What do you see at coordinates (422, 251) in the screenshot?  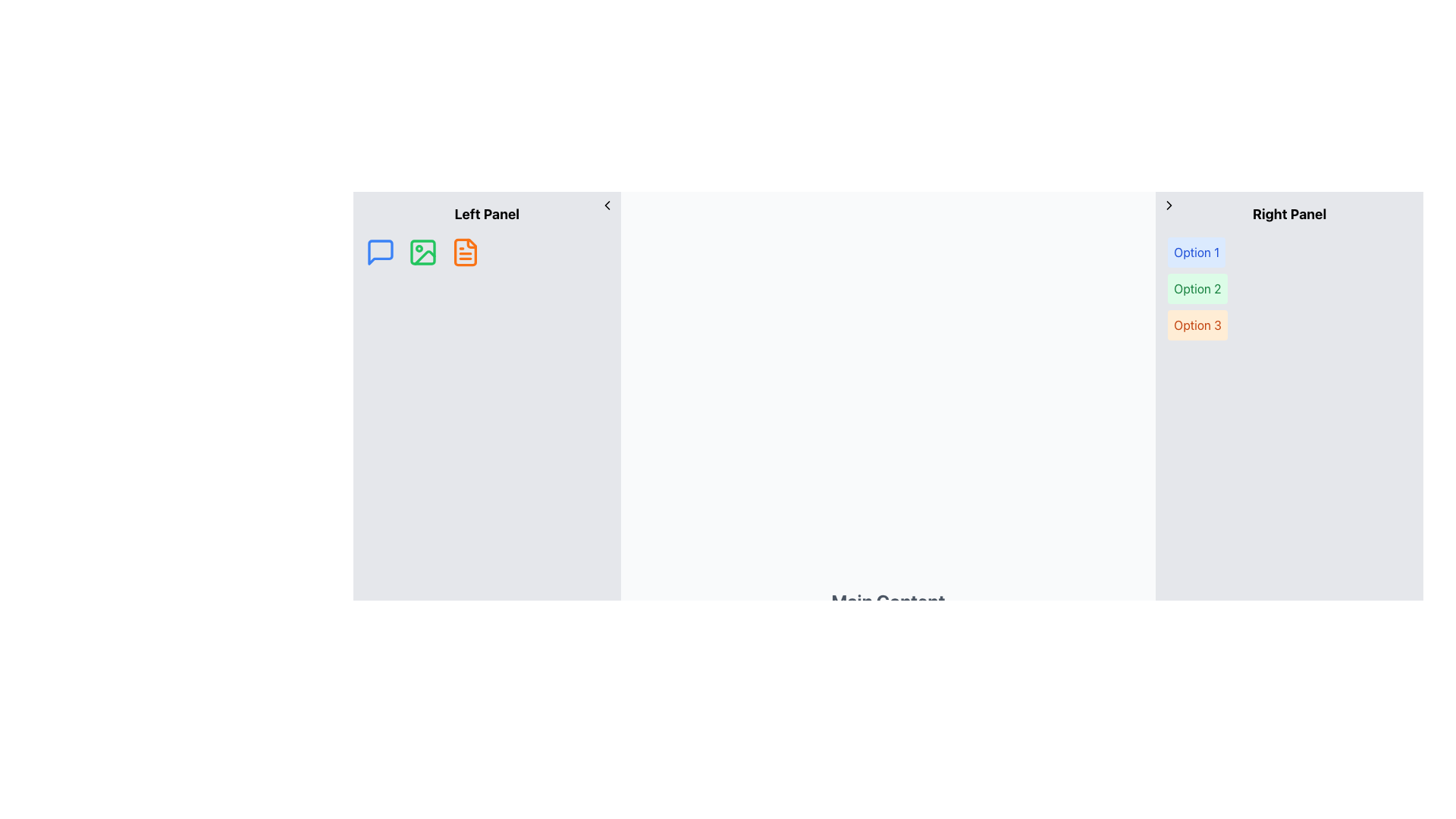 I see `the green picture frame icon located between the blue speech bubble and the orange document icon in the left panel` at bounding box center [422, 251].